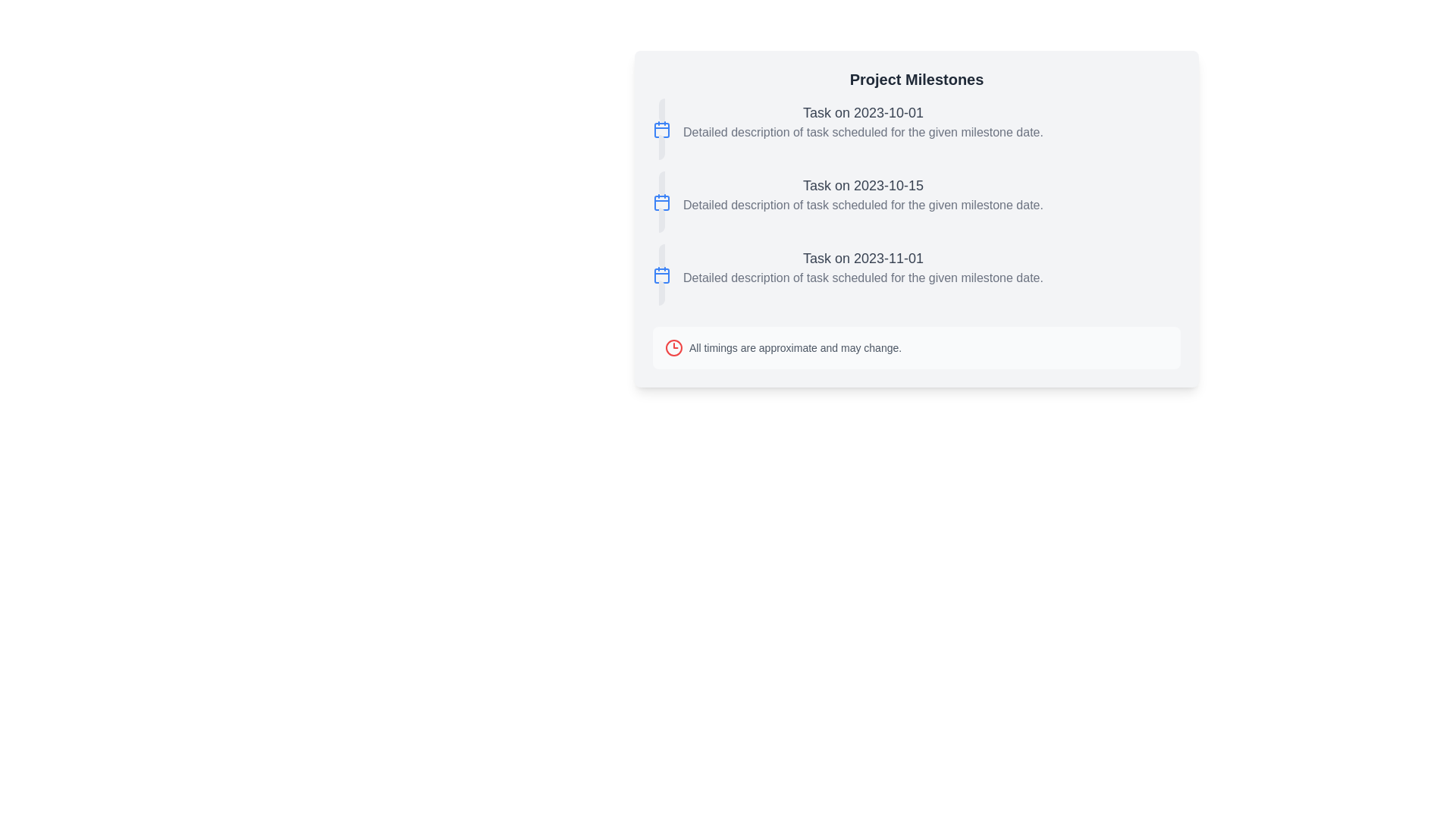 The height and width of the screenshot is (819, 1456). What do you see at coordinates (916, 201) in the screenshot?
I see `the second list item under the 'Project Milestones' heading, which contains a blue calendar icon, a bold title 'Task on 2023-10-15', and a smaller grey description` at bounding box center [916, 201].